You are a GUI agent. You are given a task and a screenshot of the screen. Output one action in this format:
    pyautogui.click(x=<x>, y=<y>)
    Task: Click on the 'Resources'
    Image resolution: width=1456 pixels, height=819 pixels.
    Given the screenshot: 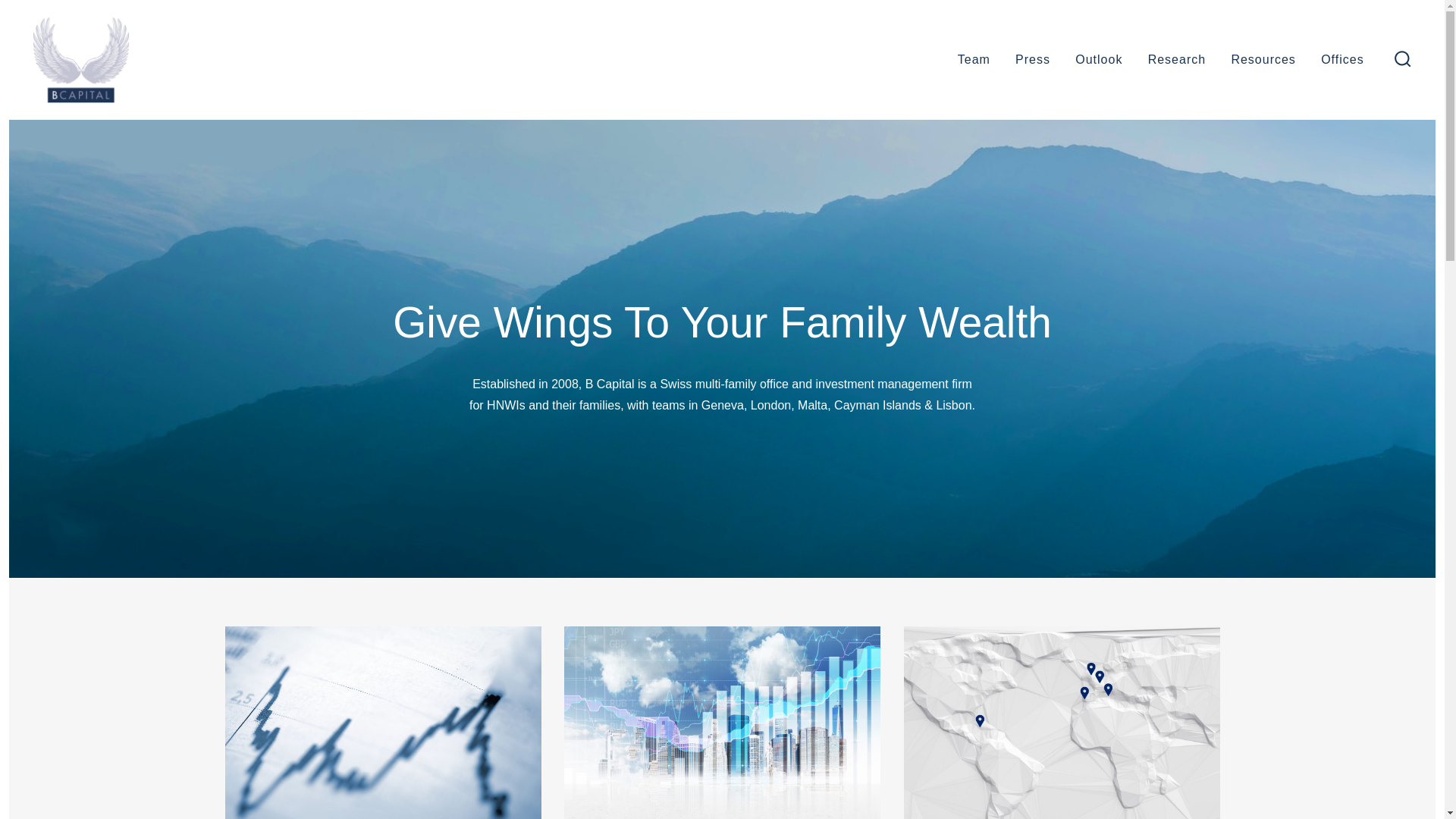 What is the action you would take?
    pyautogui.click(x=1263, y=59)
    